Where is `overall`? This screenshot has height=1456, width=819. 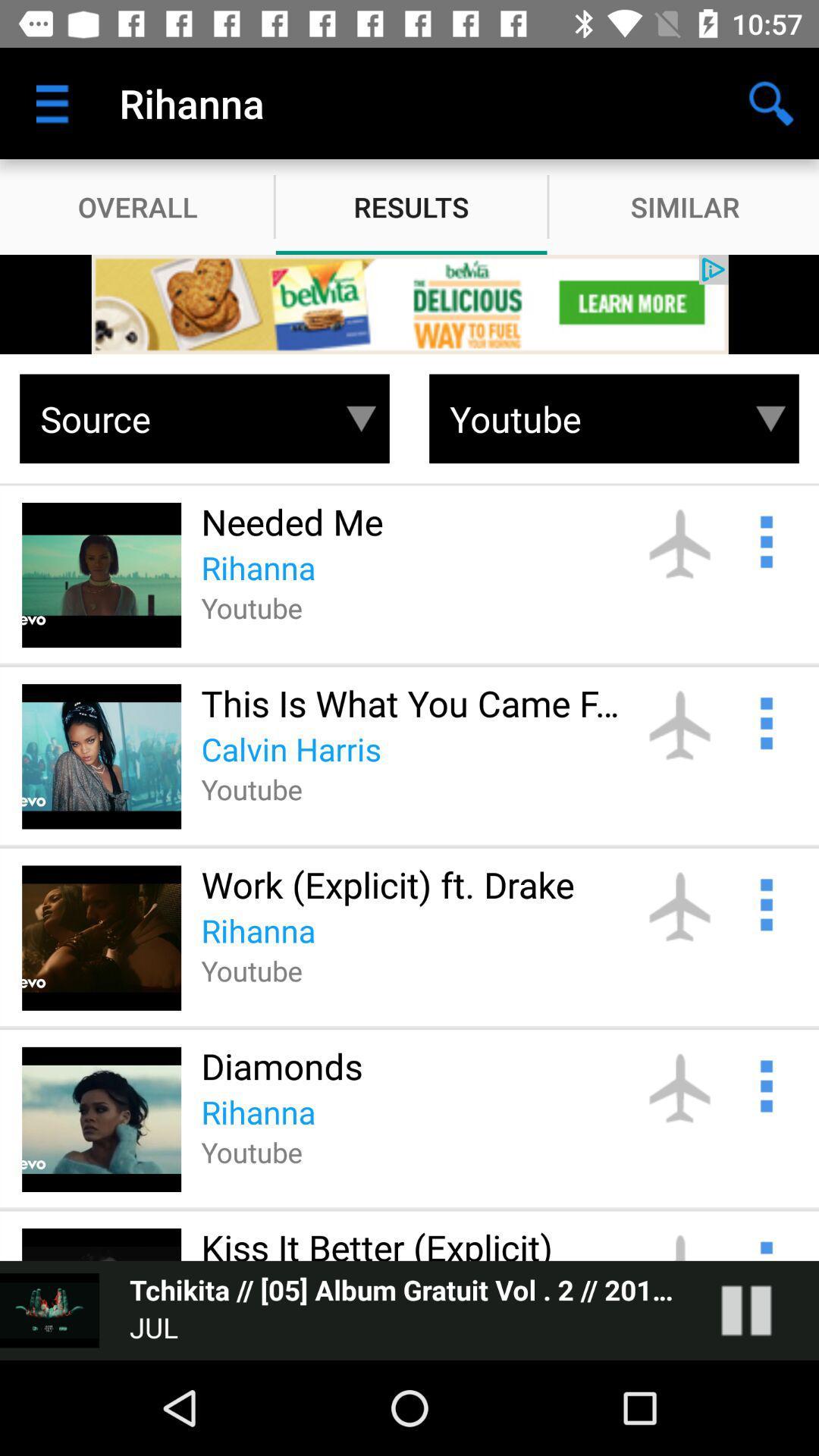
overall is located at coordinates (137, 206).